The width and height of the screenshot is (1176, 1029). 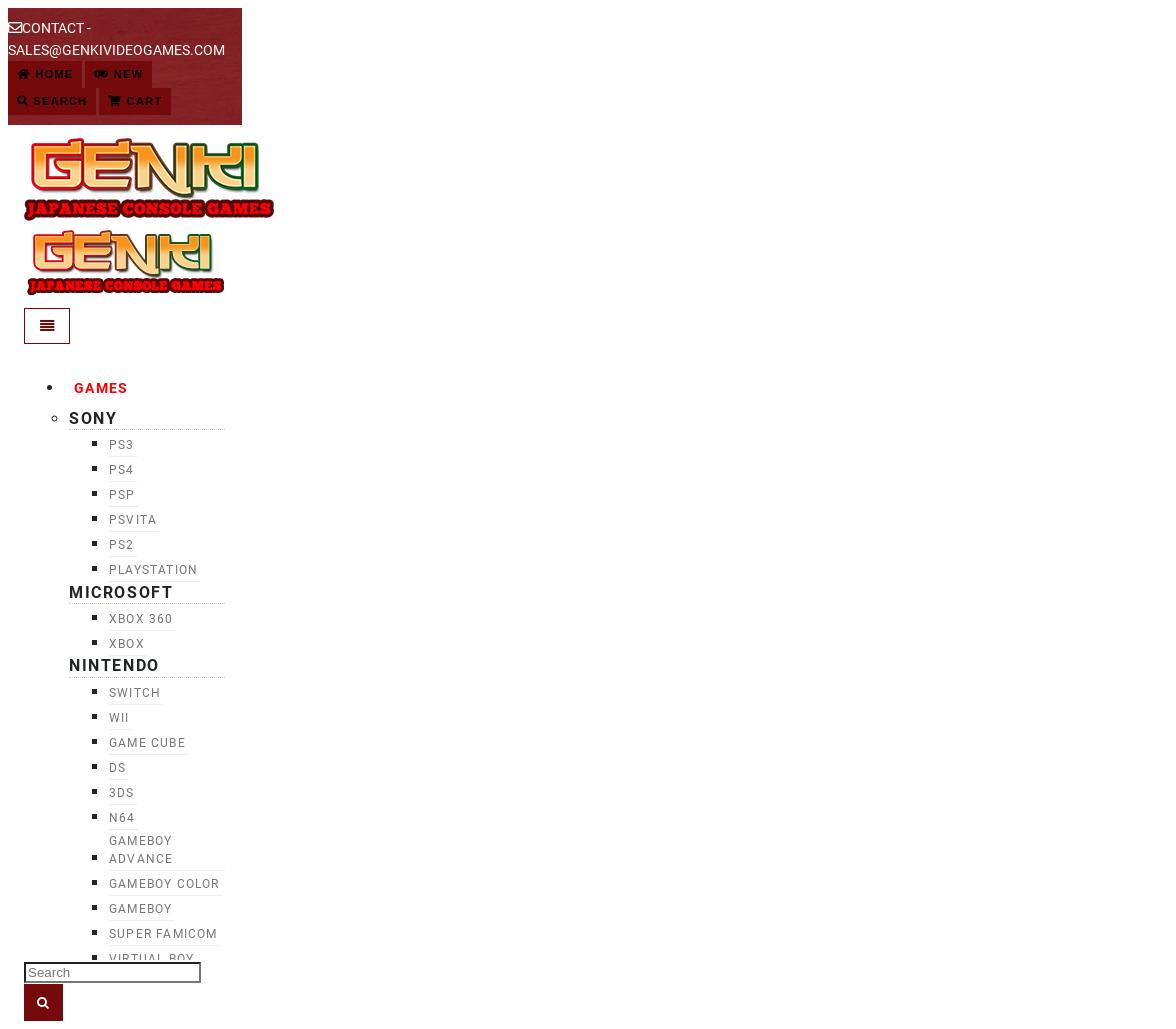 I want to click on 'PS3', so click(x=121, y=445).